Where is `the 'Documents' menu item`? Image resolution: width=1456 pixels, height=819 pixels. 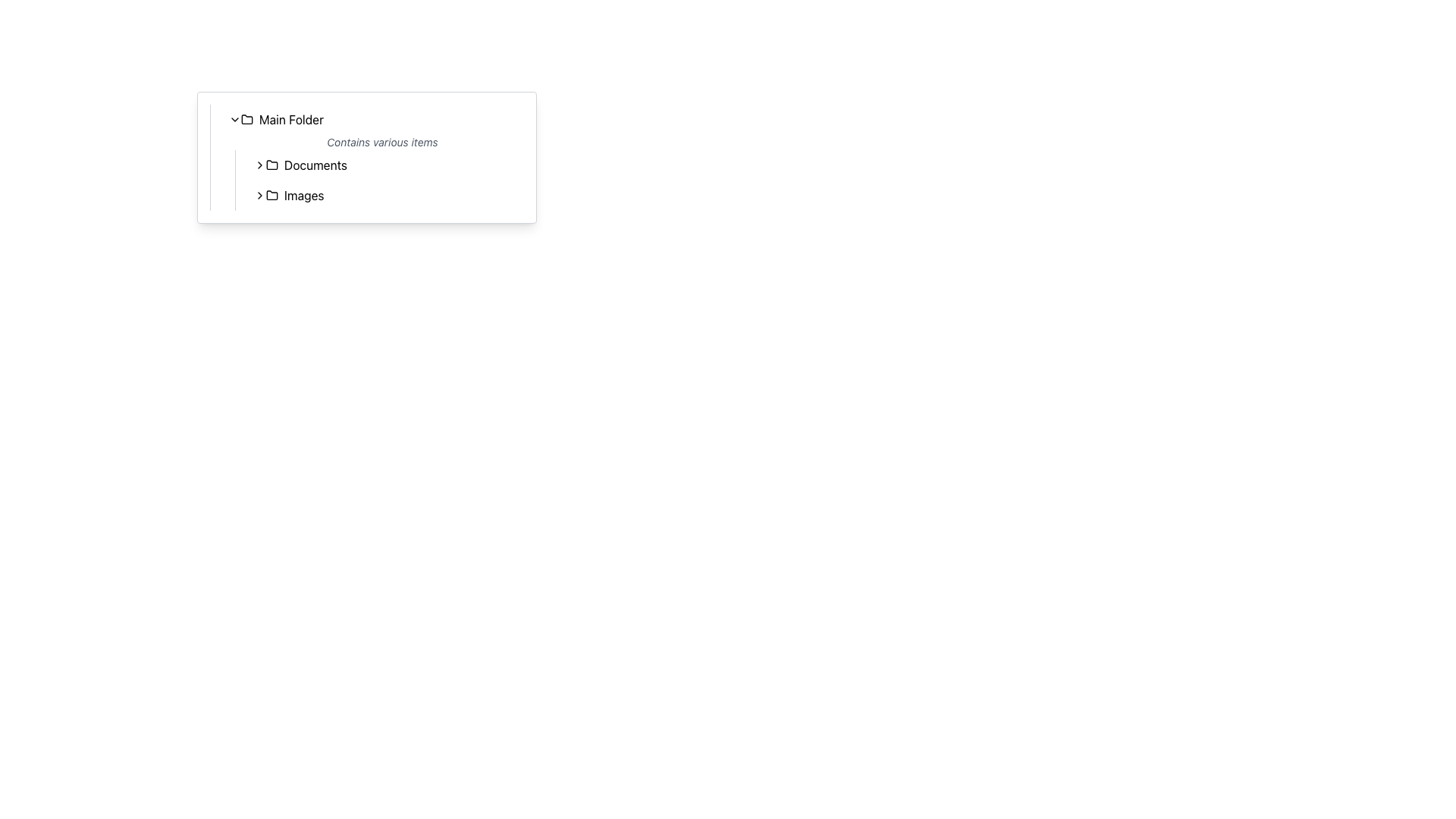 the 'Documents' menu item is located at coordinates (379, 165).